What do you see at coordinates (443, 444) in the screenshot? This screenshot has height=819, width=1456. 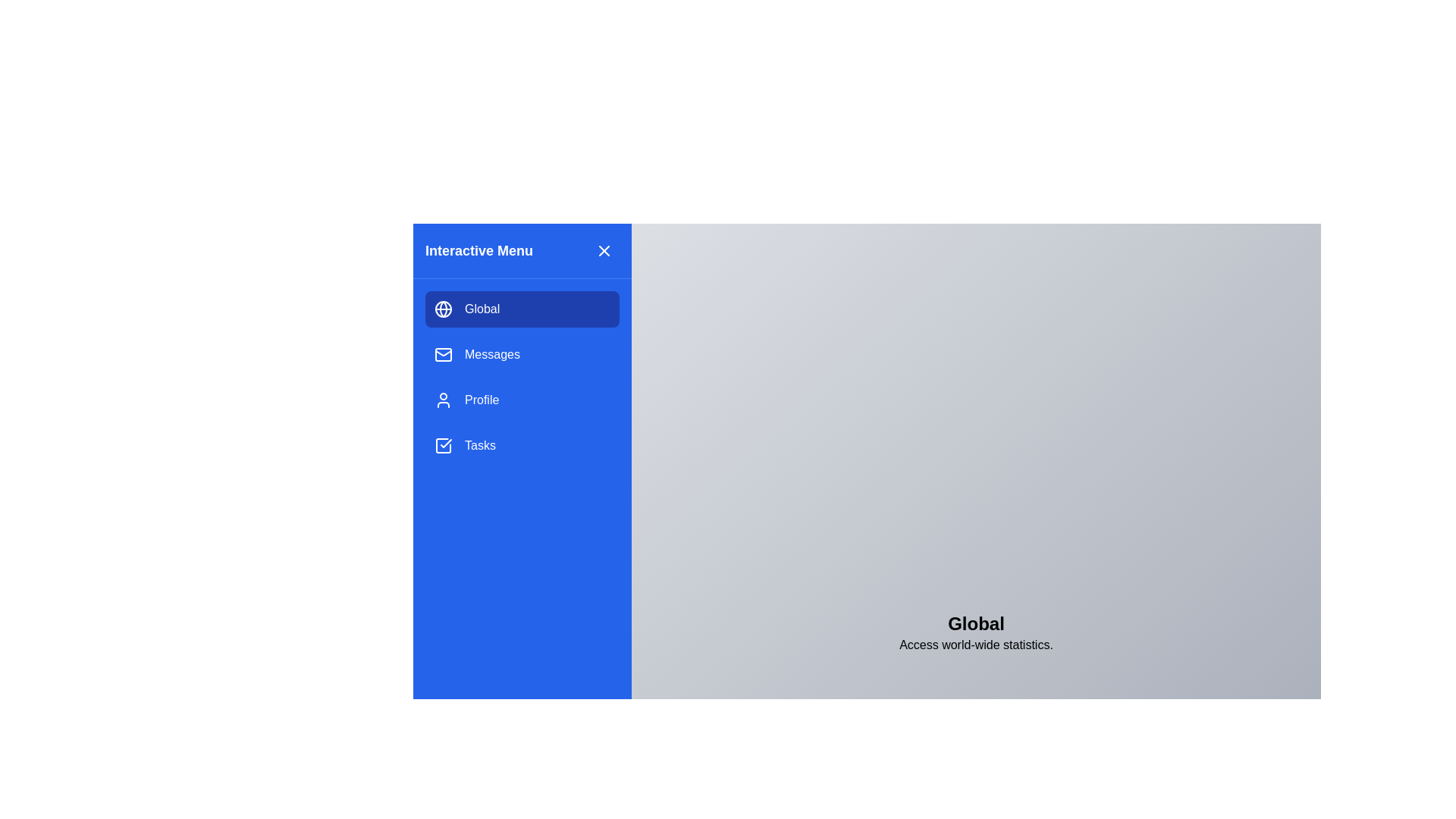 I see `the task icon, which is a square outline with a checkmark inside, located` at bounding box center [443, 444].